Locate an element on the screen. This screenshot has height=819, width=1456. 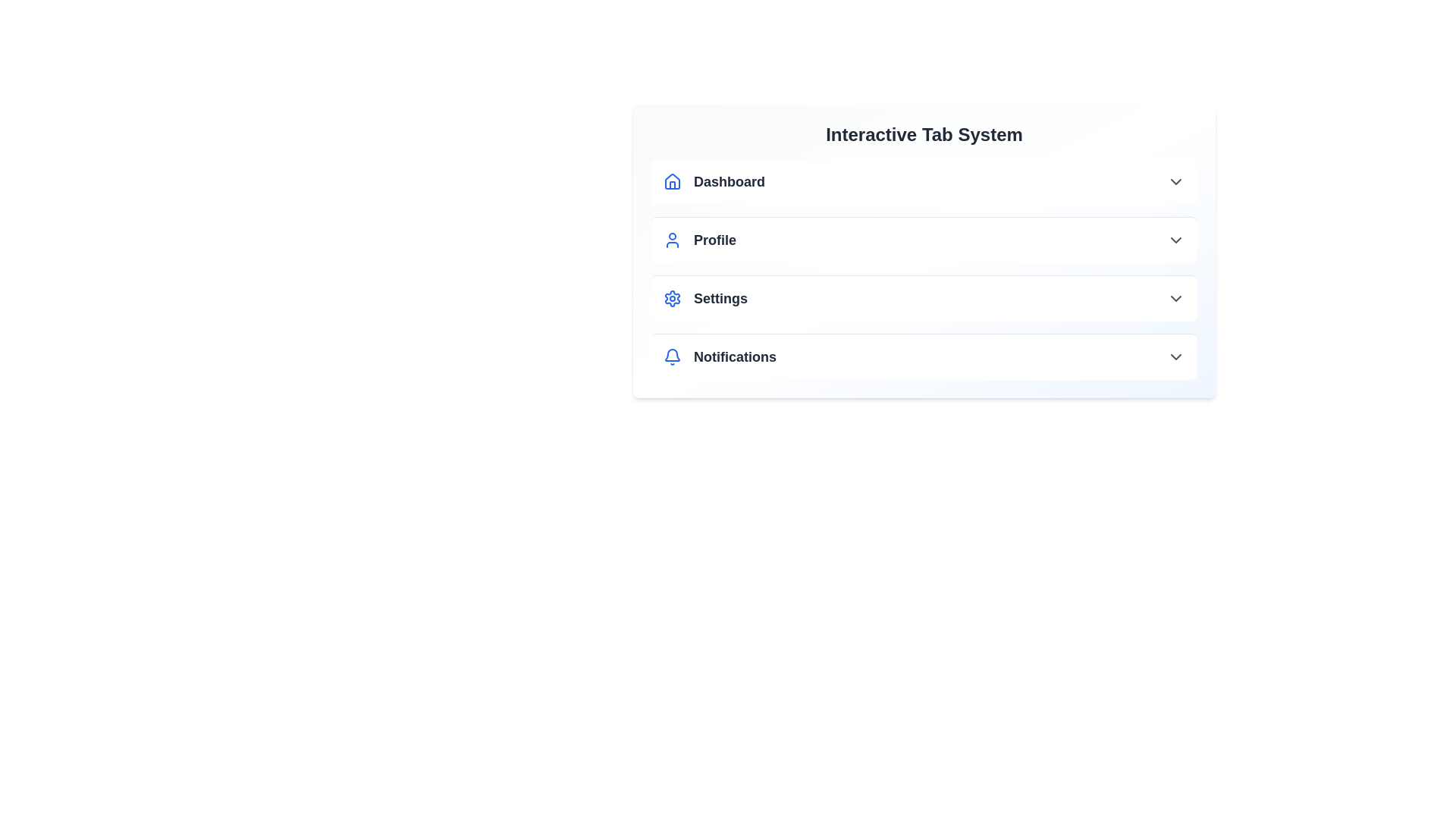
the settings button, the third item in the vertically stacked menu list, located below 'Profile' and above 'Notifications' is located at coordinates (924, 298).